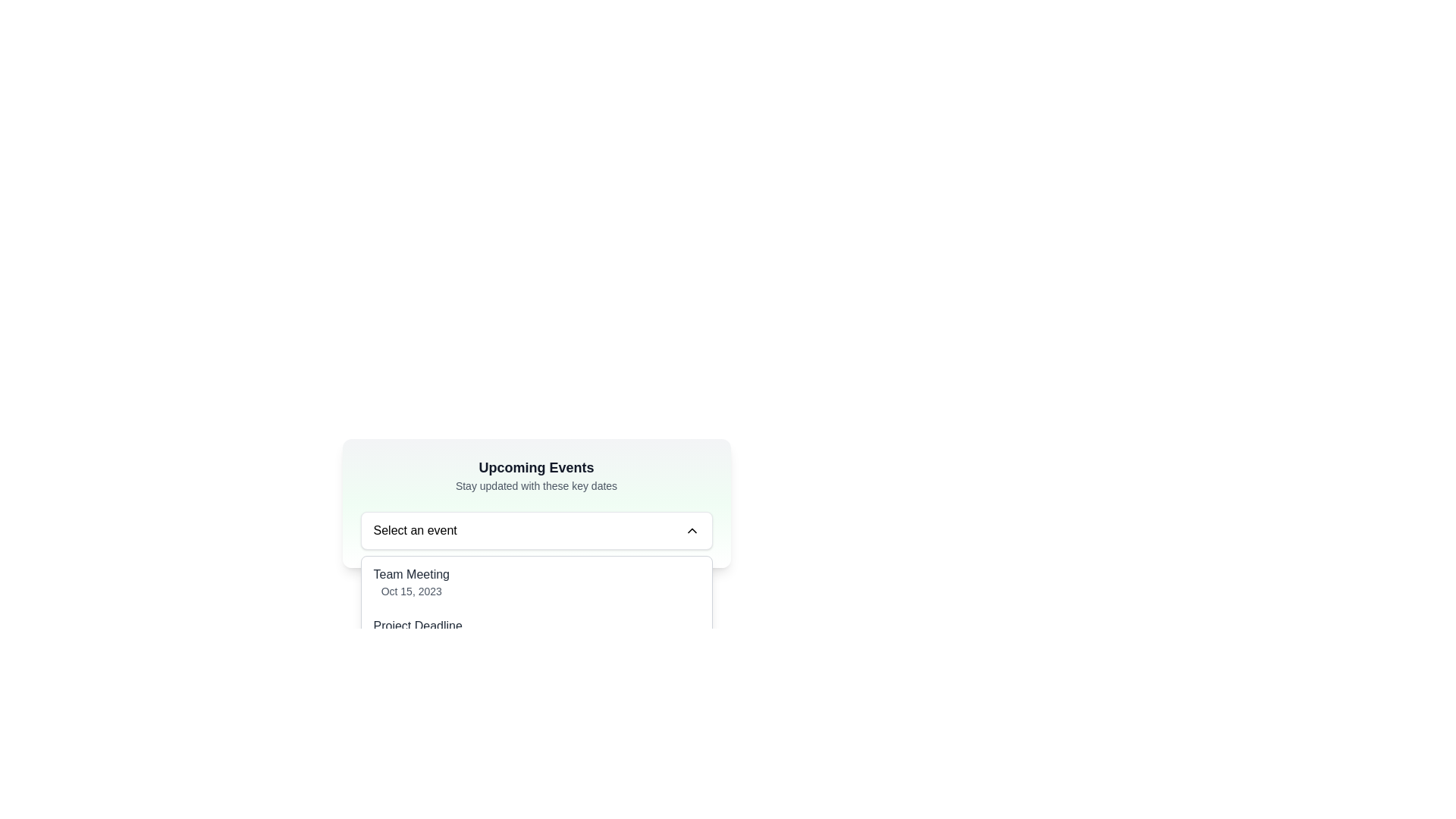 The height and width of the screenshot is (819, 1456). Describe the element at coordinates (411, 575) in the screenshot. I see `the 'Team Meeting' text label, which is displayed in bold dark gray font above the date 'Oct 15, 2023' within the dropdown menu under 'Upcoming Events'` at that location.